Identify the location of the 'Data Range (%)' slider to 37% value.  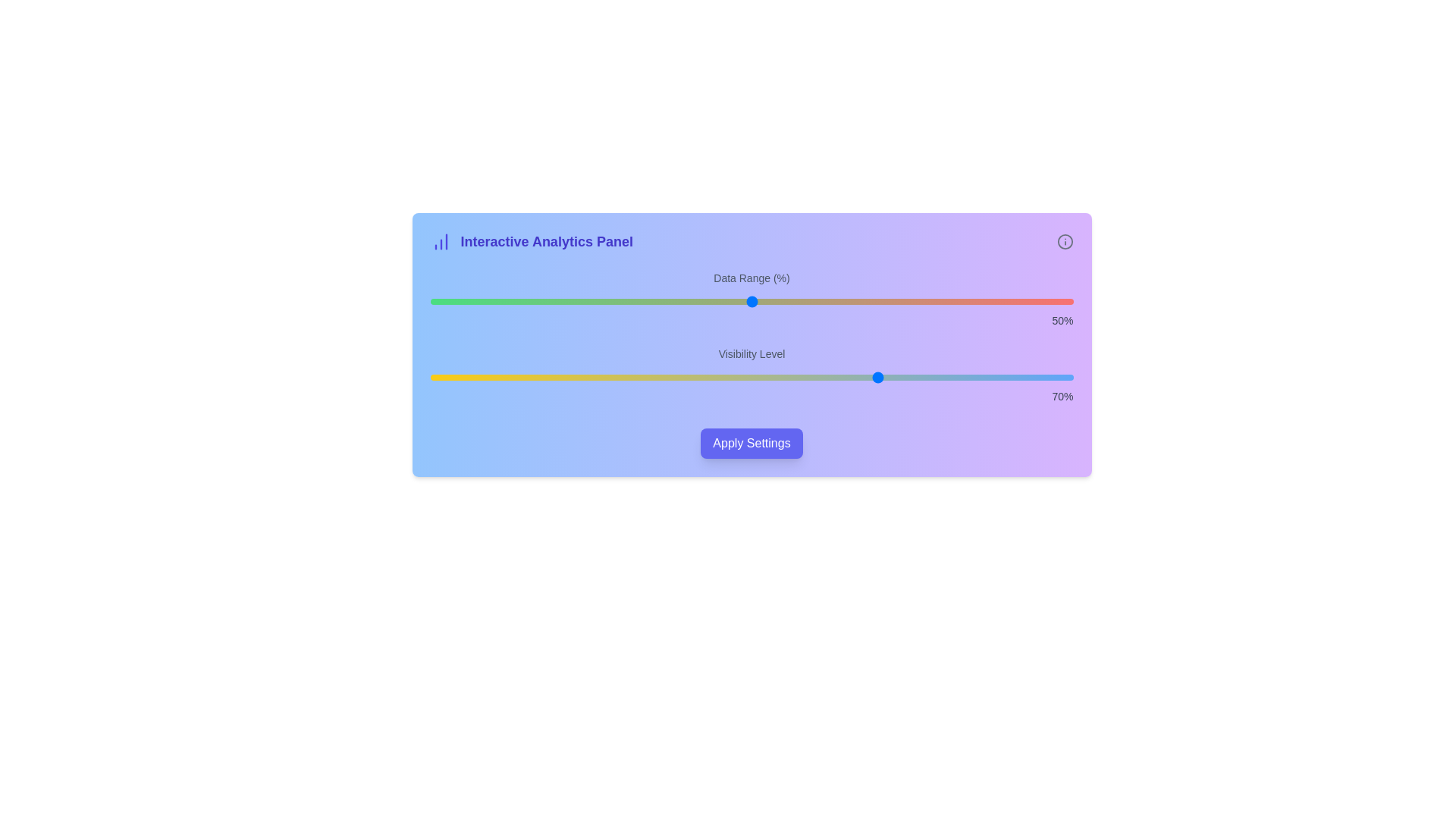
(667, 301).